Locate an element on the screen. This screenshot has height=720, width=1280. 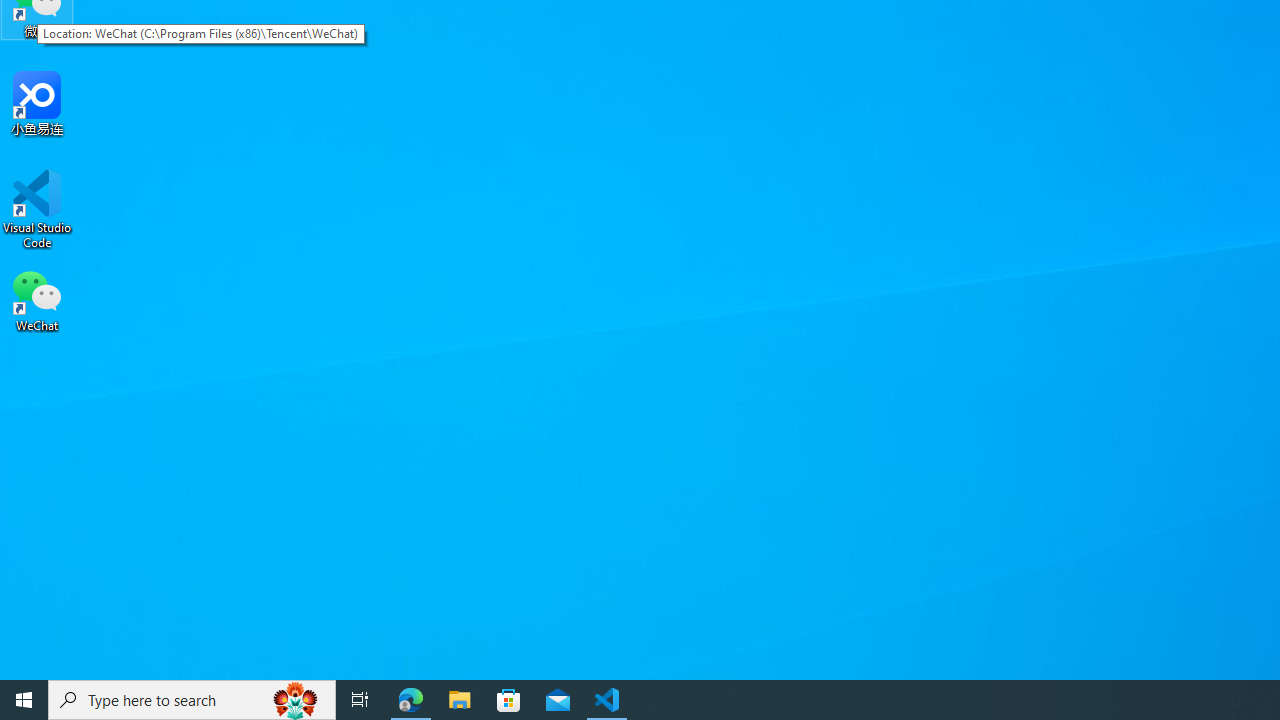
'File Explorer' is located at coordinates (459, 698).